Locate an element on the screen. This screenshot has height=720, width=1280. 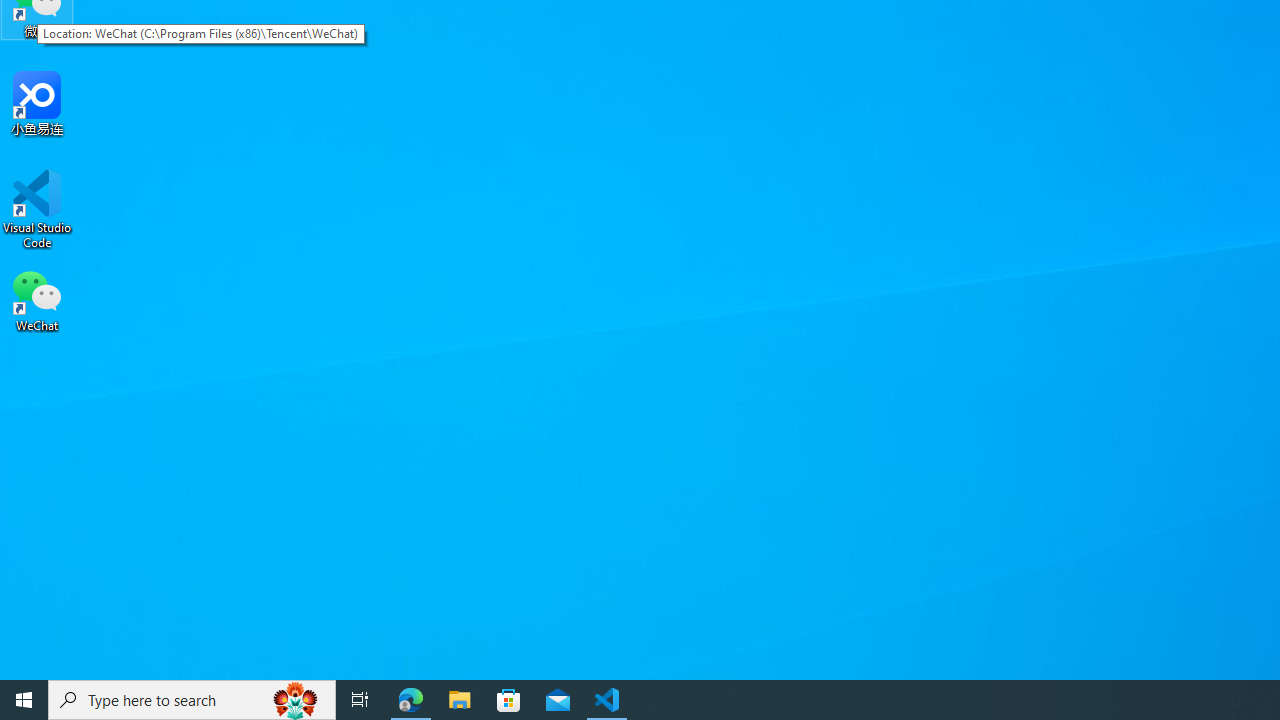
'File Explorer' is located at coordinates (459, 698).